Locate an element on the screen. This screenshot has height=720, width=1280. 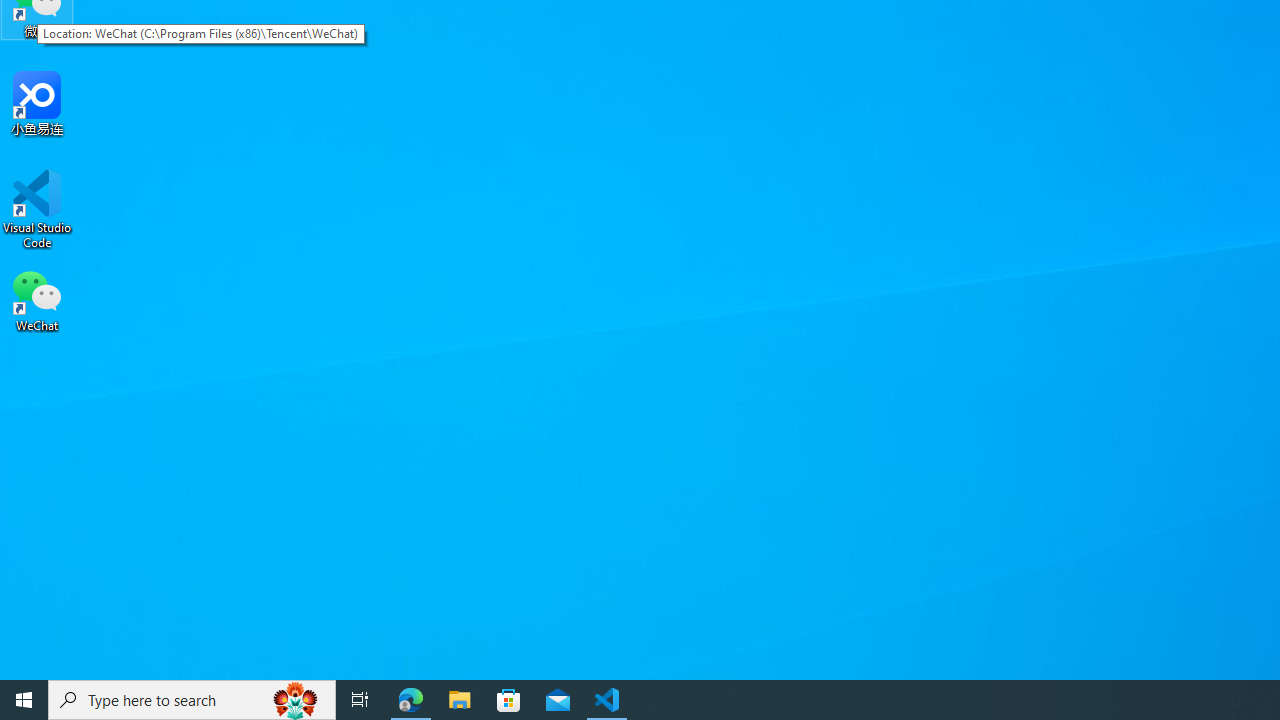
'File Explorer' is located at coordinates (459, 698).